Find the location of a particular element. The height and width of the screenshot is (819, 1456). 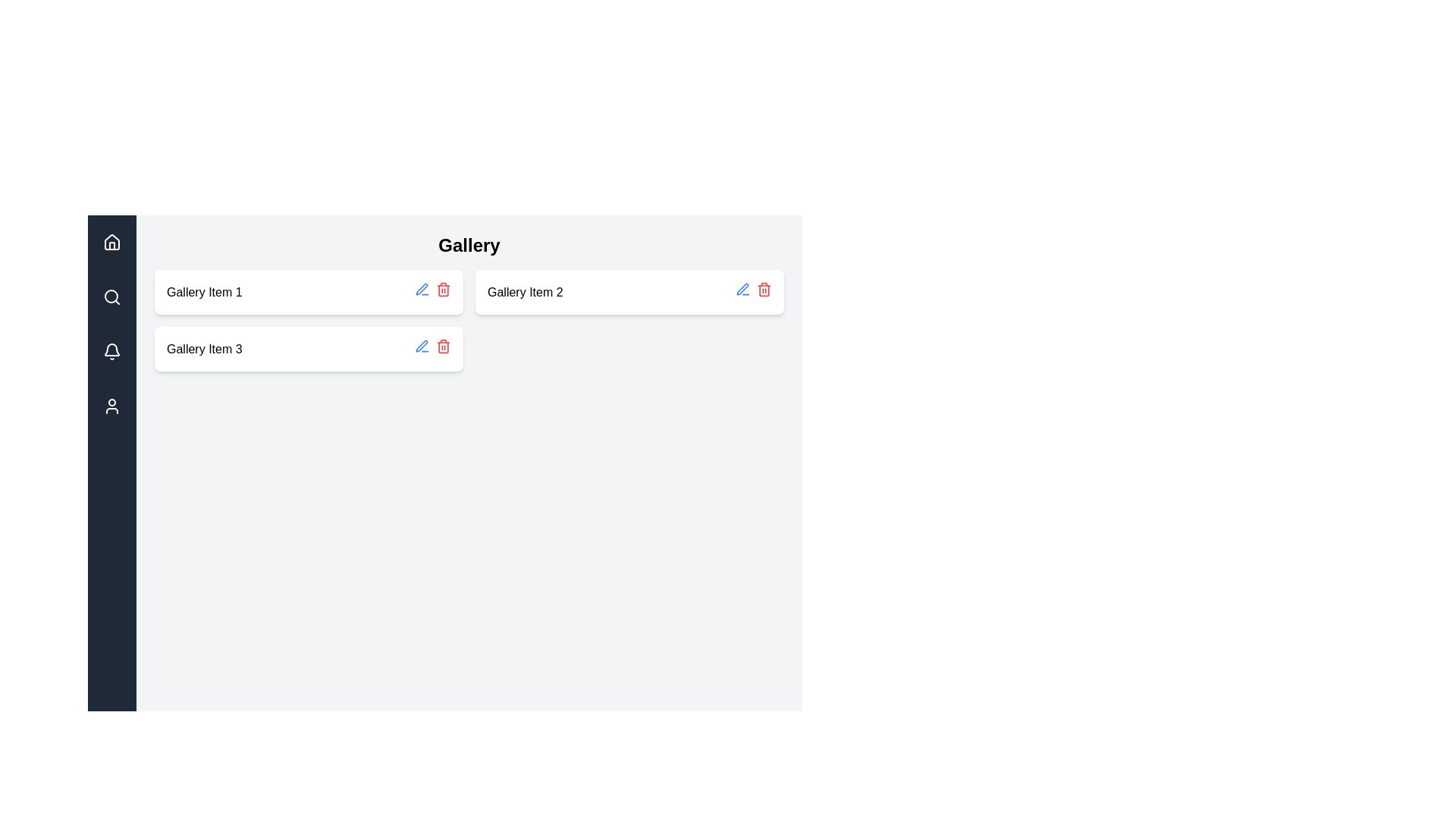

the text label that serves as a title for the gallery item in the upper-right section of the second card in a vertical list of three cards is located at coordinates (525, 292).